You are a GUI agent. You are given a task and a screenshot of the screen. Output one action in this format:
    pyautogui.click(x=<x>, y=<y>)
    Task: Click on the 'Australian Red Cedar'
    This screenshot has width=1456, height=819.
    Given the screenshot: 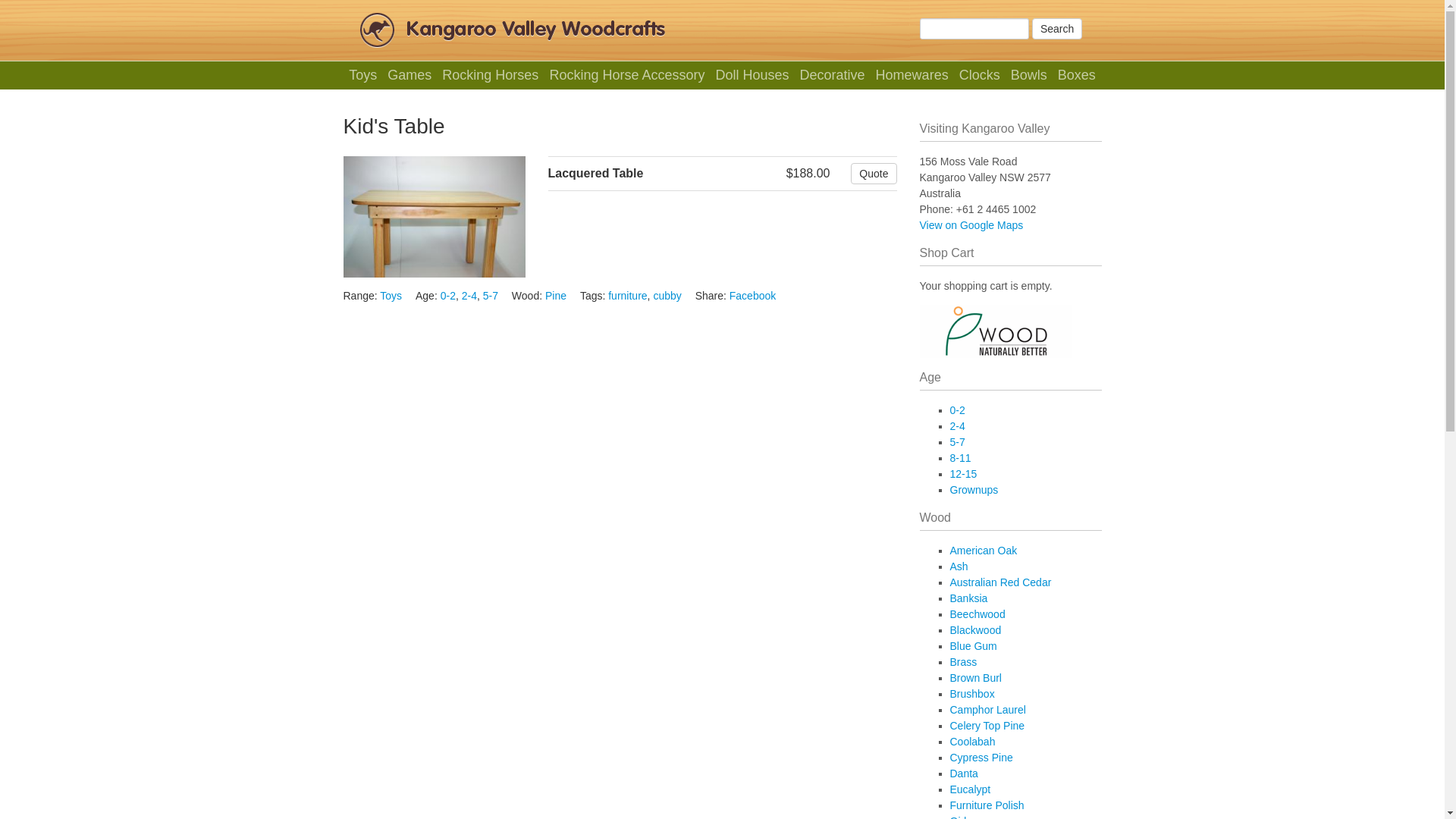 What is the action you would take?
    pyautogui.click(x=949, y=581)
    